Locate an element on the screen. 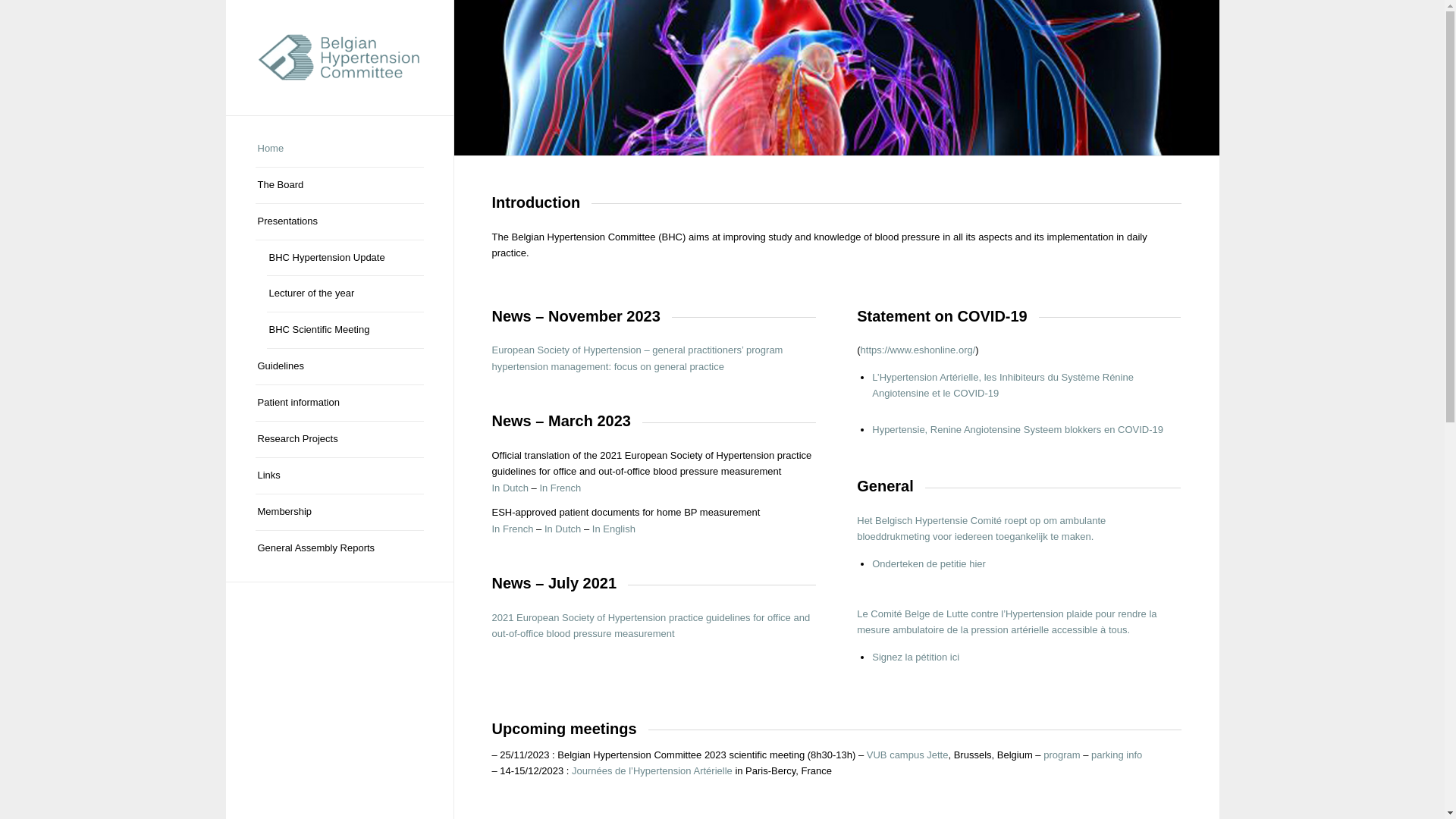 This screenshot has width=1456, height=819. 'Links' is located at coordinates (337, 475).